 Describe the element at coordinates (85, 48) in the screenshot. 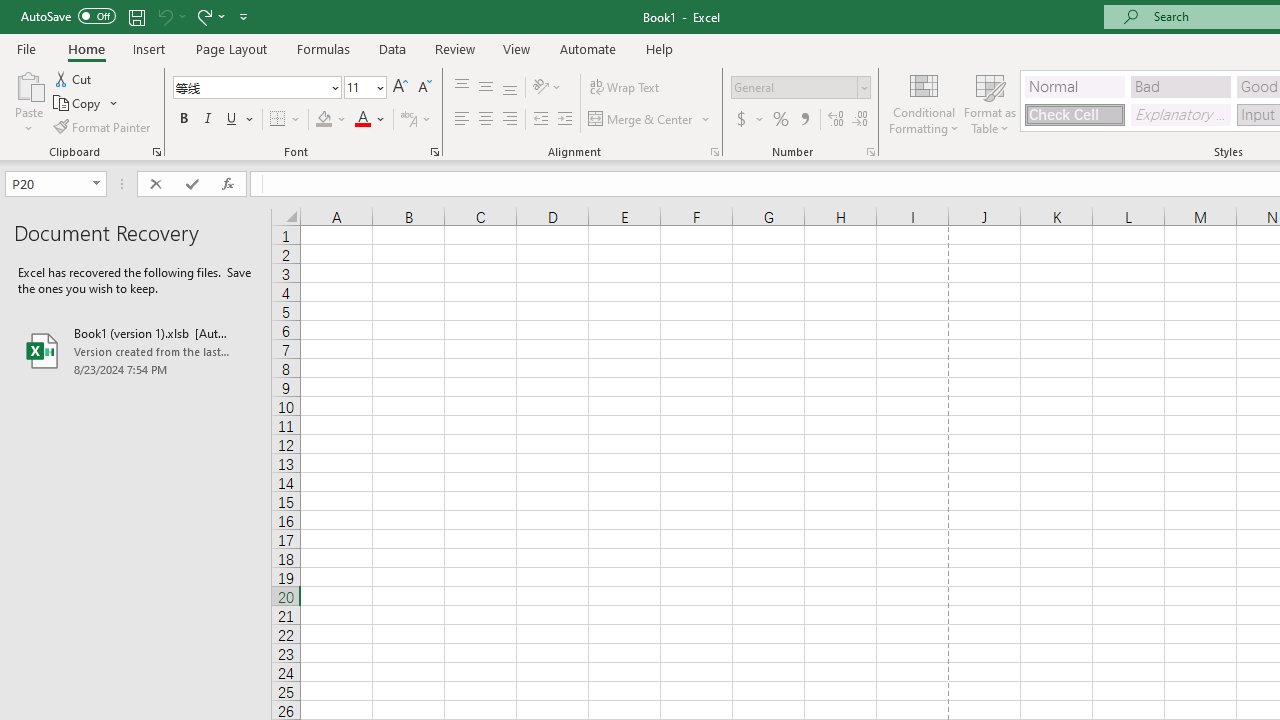

I see `'Home'` at that location.